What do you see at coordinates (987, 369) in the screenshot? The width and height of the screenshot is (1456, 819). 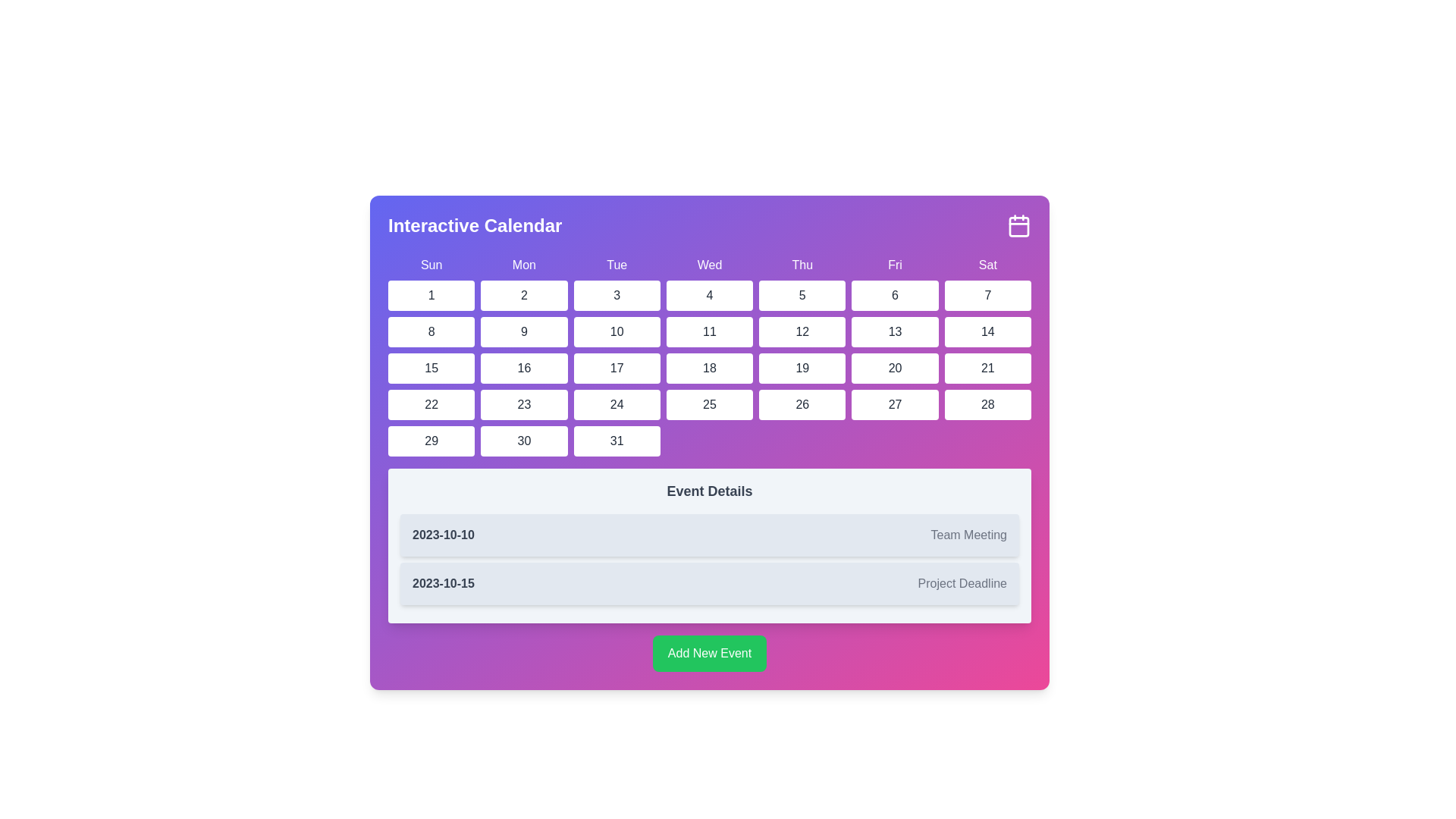 I see `the button representing the date '21' in the interactive calendar` at bounding box center [987, 369].